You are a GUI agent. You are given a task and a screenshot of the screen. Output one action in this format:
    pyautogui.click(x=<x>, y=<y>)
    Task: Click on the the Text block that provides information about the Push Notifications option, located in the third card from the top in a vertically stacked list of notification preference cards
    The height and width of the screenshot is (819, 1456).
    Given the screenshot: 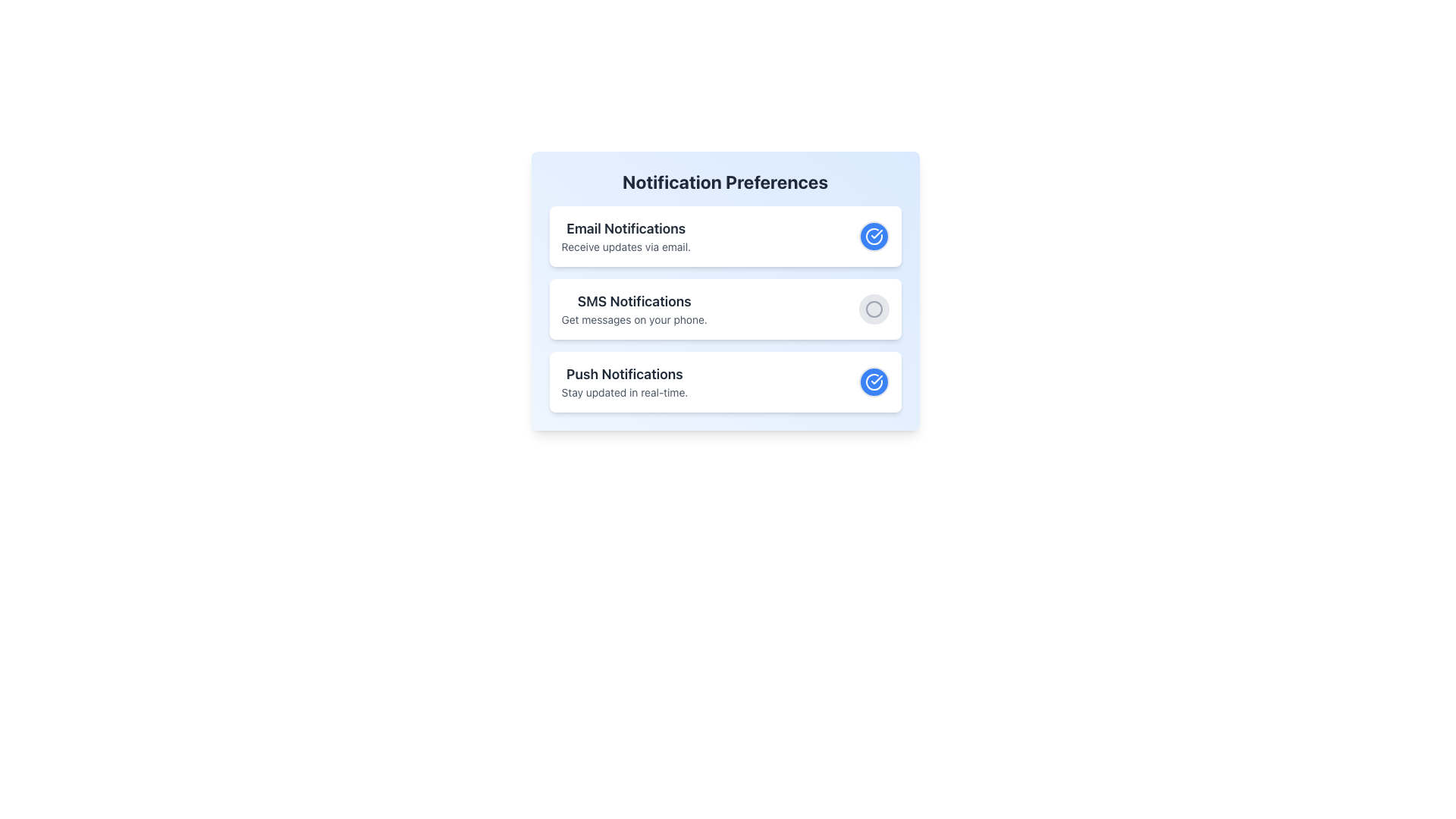 What is the action you would take?
    pyautogui.click(x=624, y=381)
    